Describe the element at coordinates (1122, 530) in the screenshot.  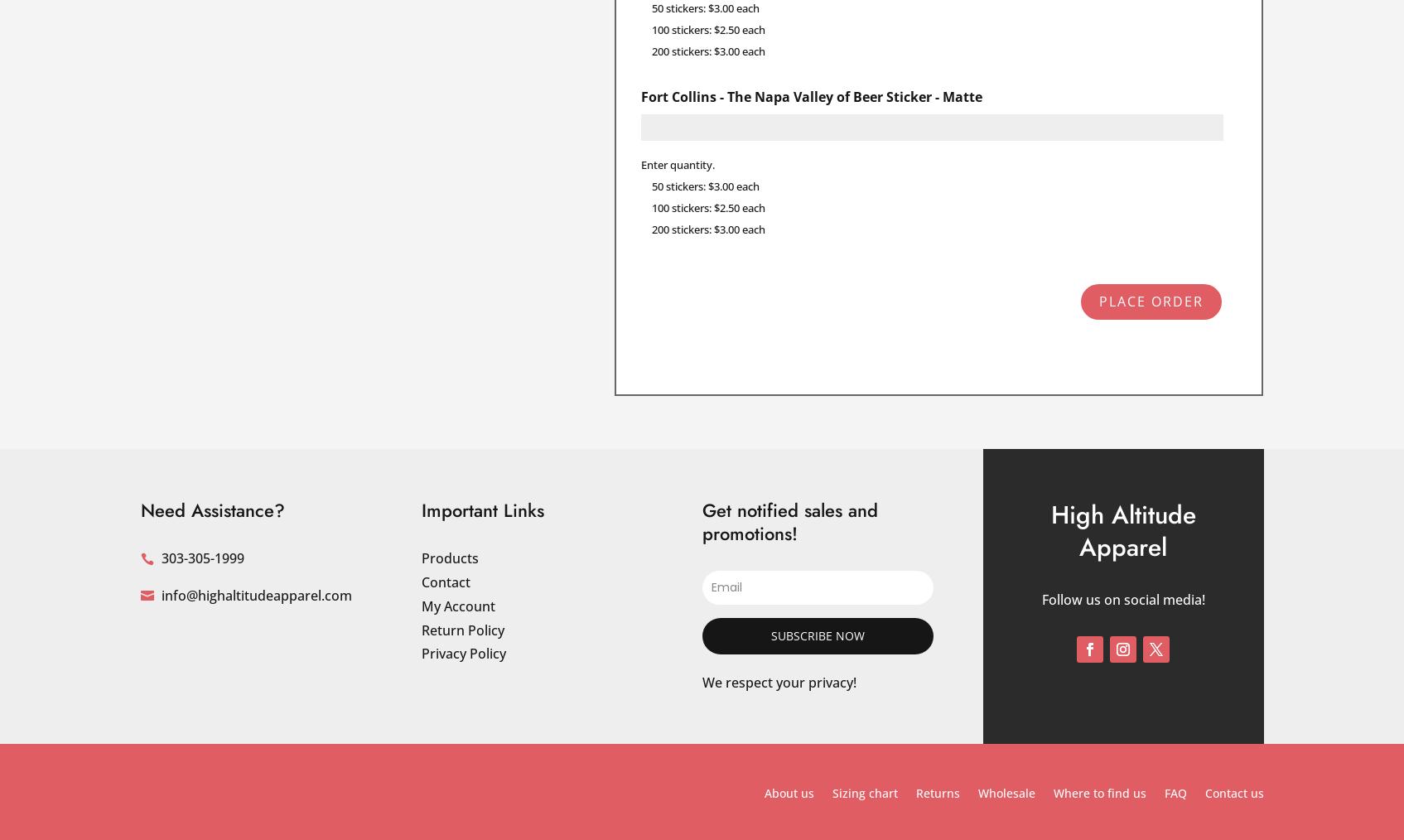
I see `'High Altitude Apparel'` at that location.